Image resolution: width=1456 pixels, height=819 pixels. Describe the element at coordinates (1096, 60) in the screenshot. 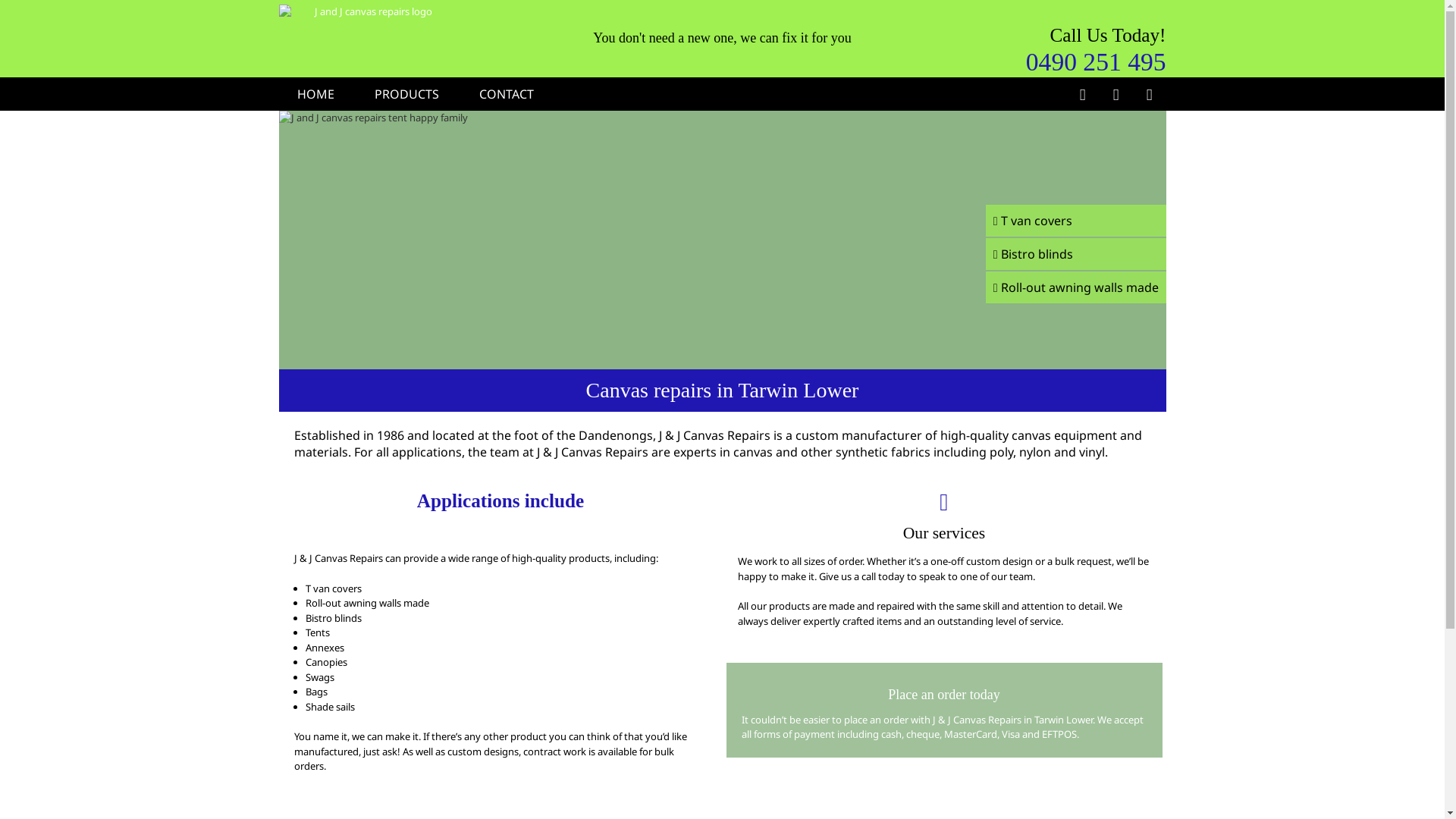

I see `'0490 251 495'` at that location.